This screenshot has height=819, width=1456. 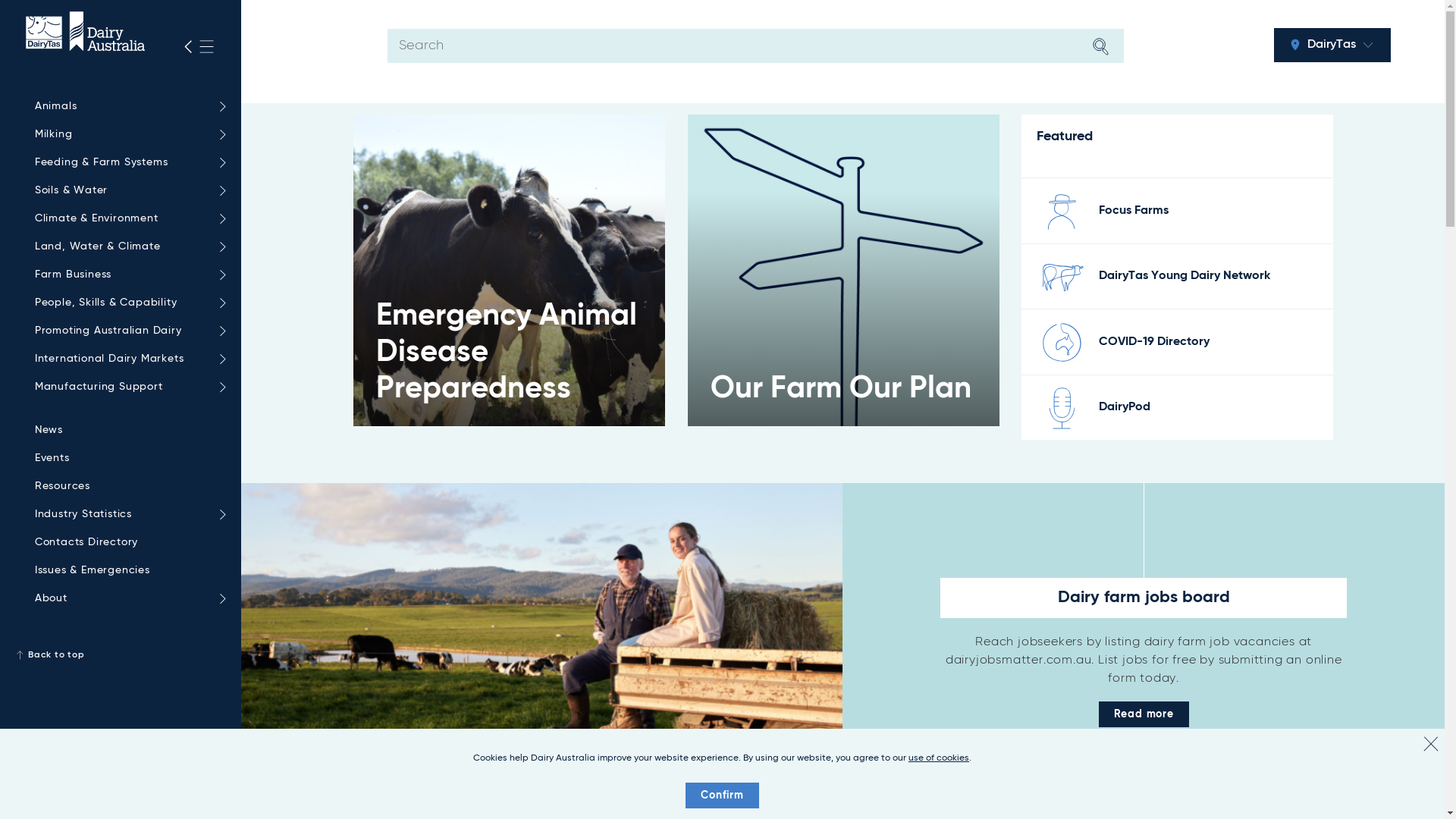 What do you see at coordinates (1429, 742) in the screenshot?
I see `'X'` at bounding box center [1429, 742].